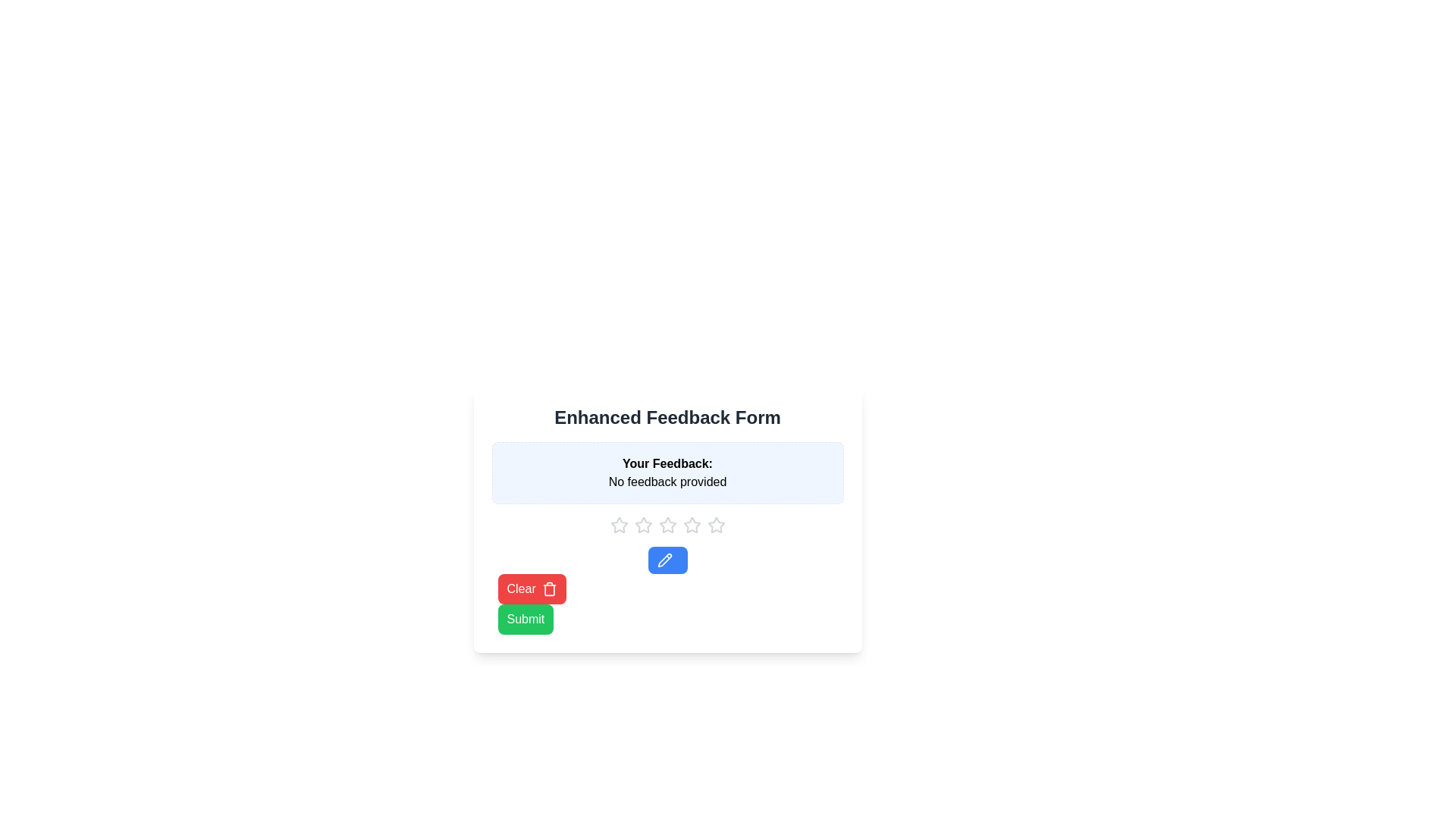 The image size is (1456, 819). I want to click on the edit button icon located in the lower middle part of the feedback form, so click(664, 560).